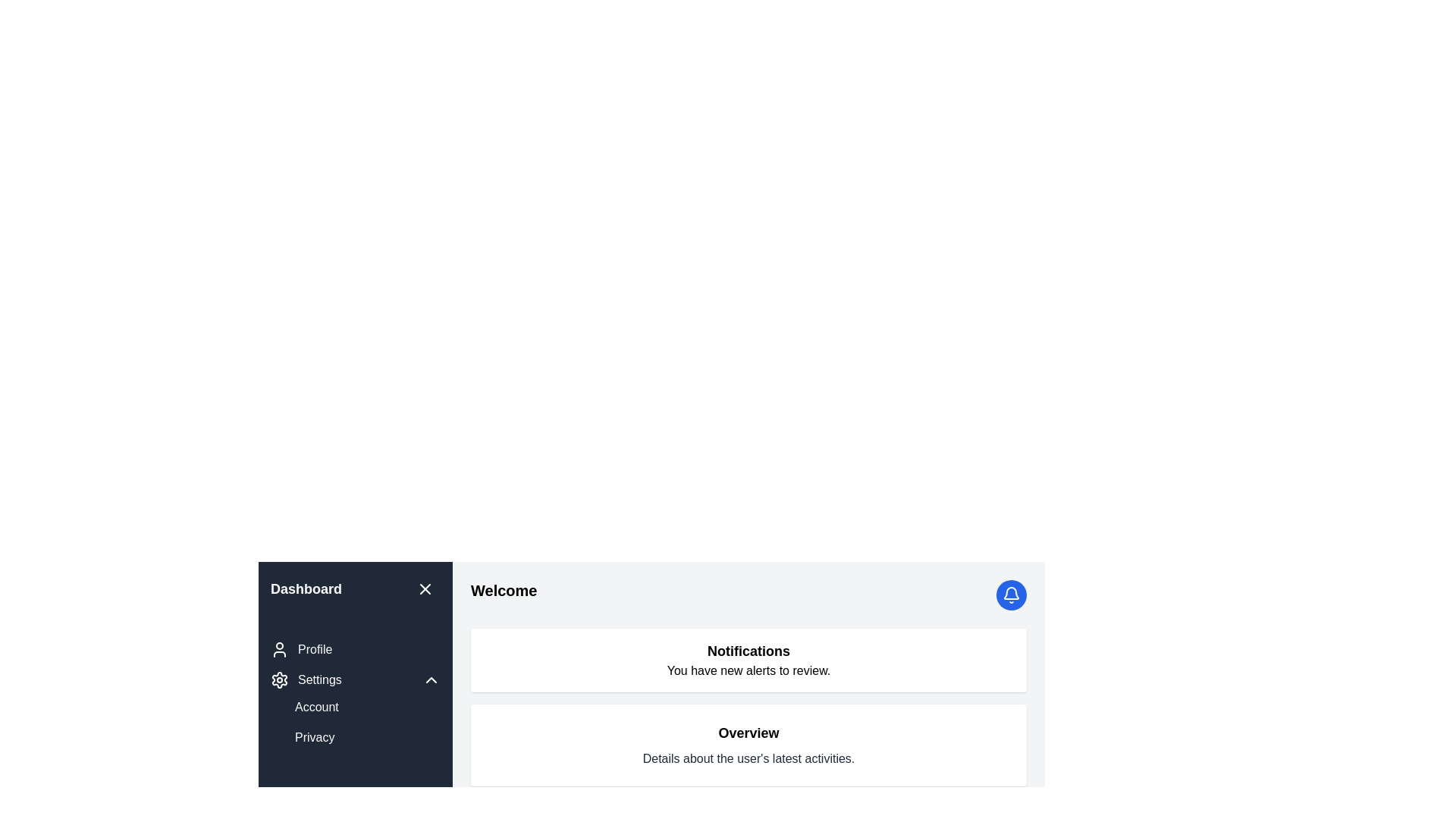  I want to click on the Decorative Icon located next to the 'Settings' label in the left navigation sidebar, which serves as a visual cue for the settings menu, so click(280, 679).